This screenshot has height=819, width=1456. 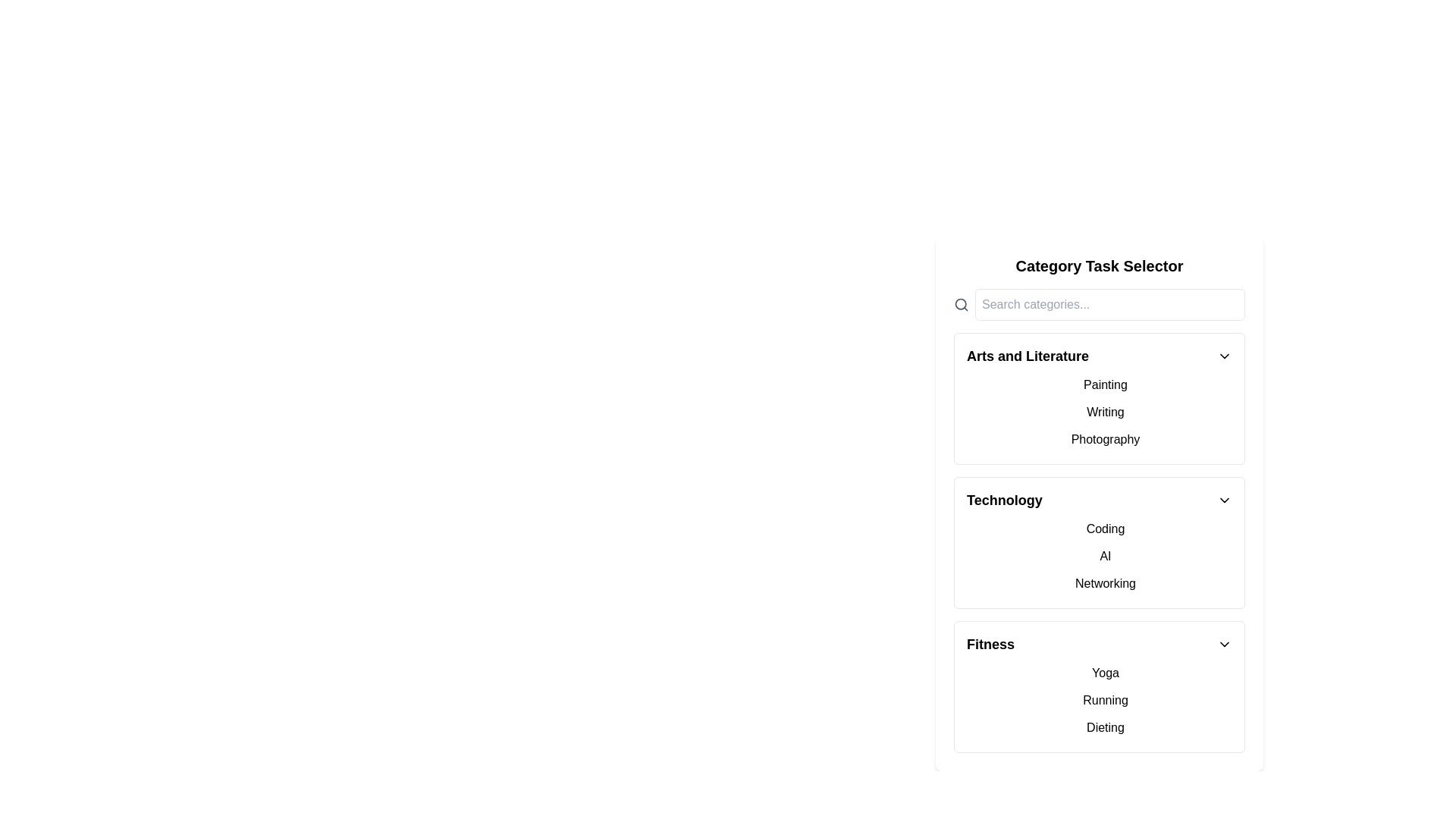 I want to click on the selectable list item labeled 'Photography', which is the third item under the 'Arts and Literature' section, so click(x=1106, y=439).